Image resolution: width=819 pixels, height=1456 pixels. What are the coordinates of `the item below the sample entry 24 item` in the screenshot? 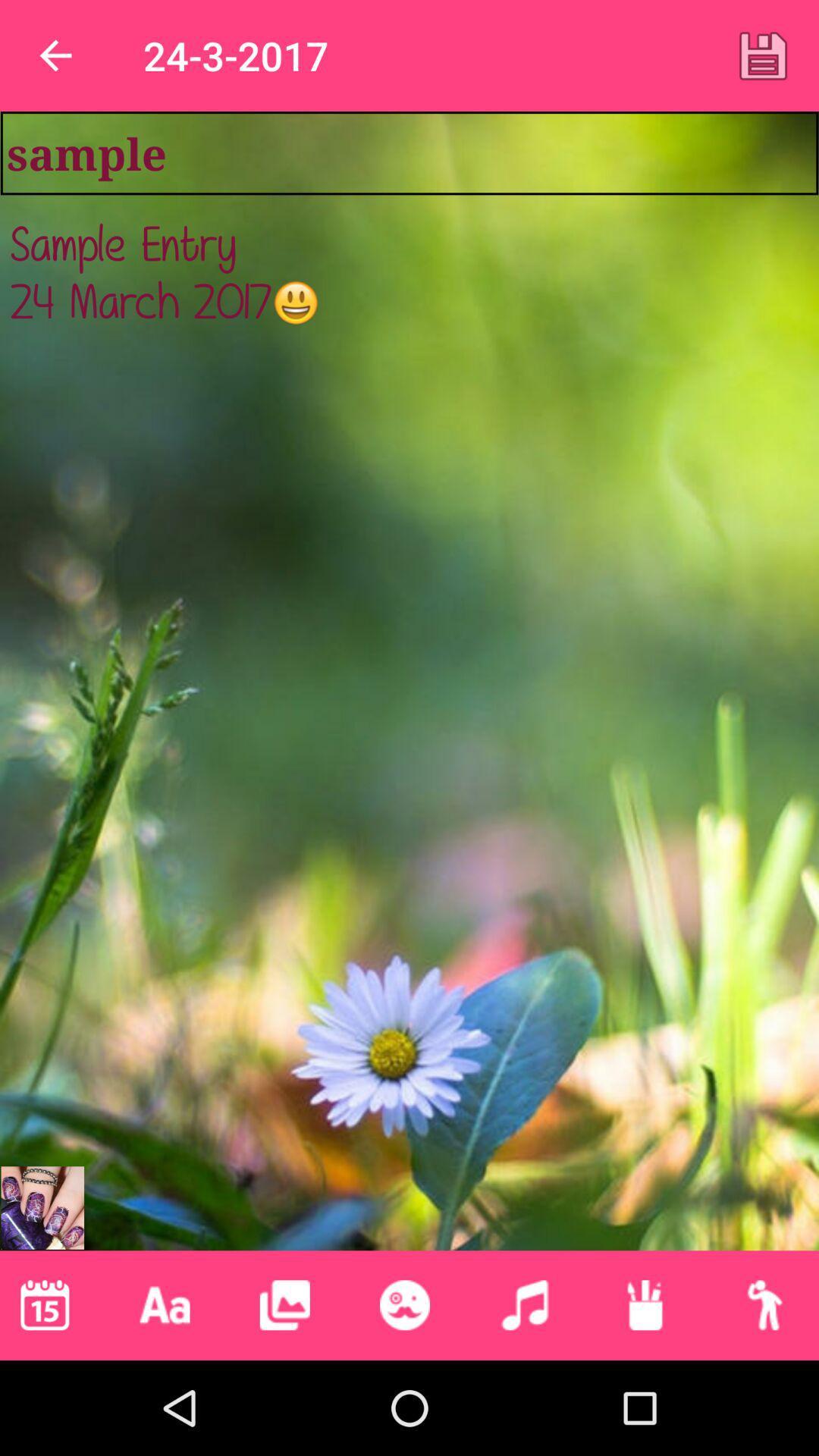 It's located at (165, 1304).